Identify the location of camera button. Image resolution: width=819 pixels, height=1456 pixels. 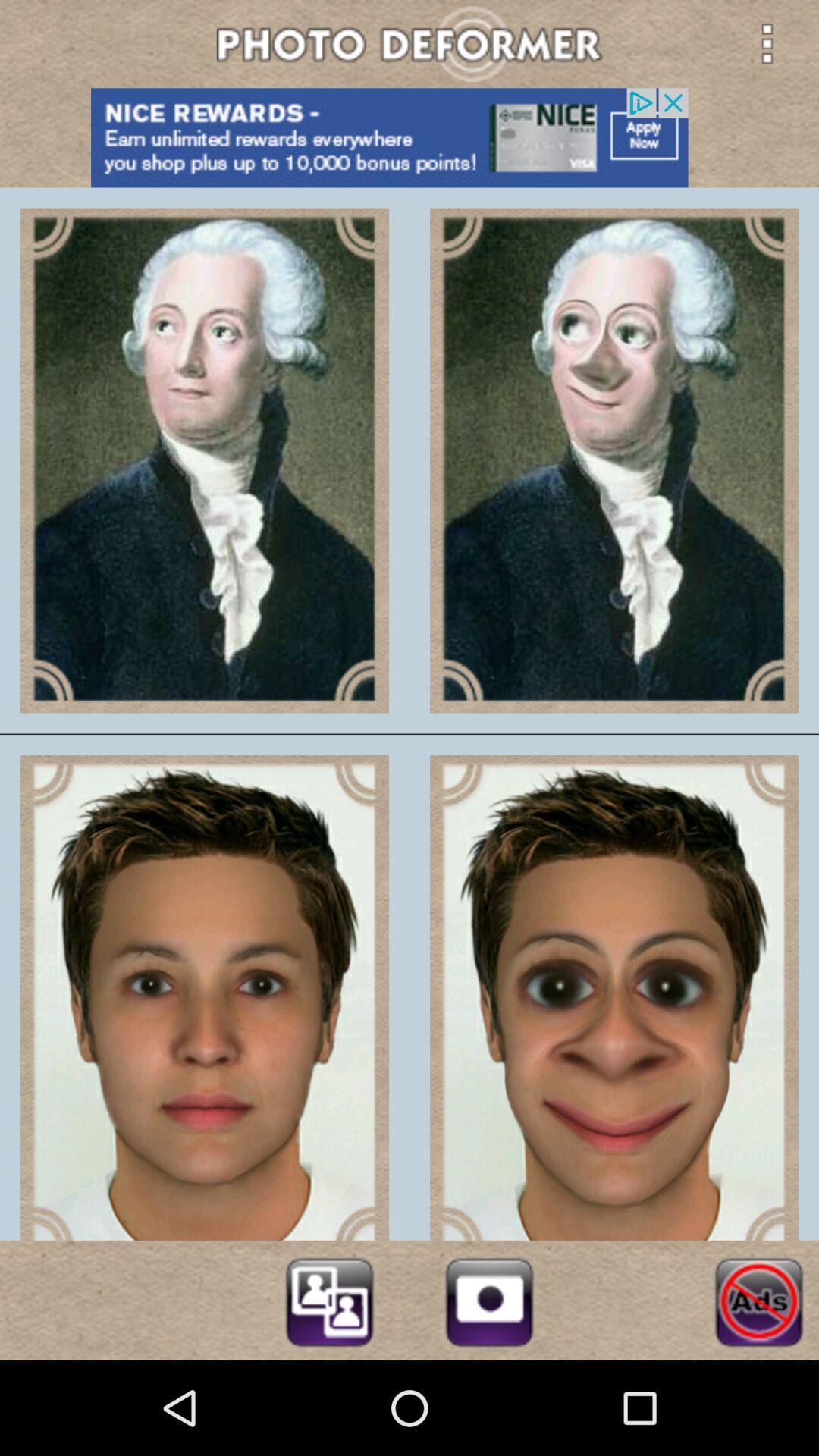
(489, 1299).